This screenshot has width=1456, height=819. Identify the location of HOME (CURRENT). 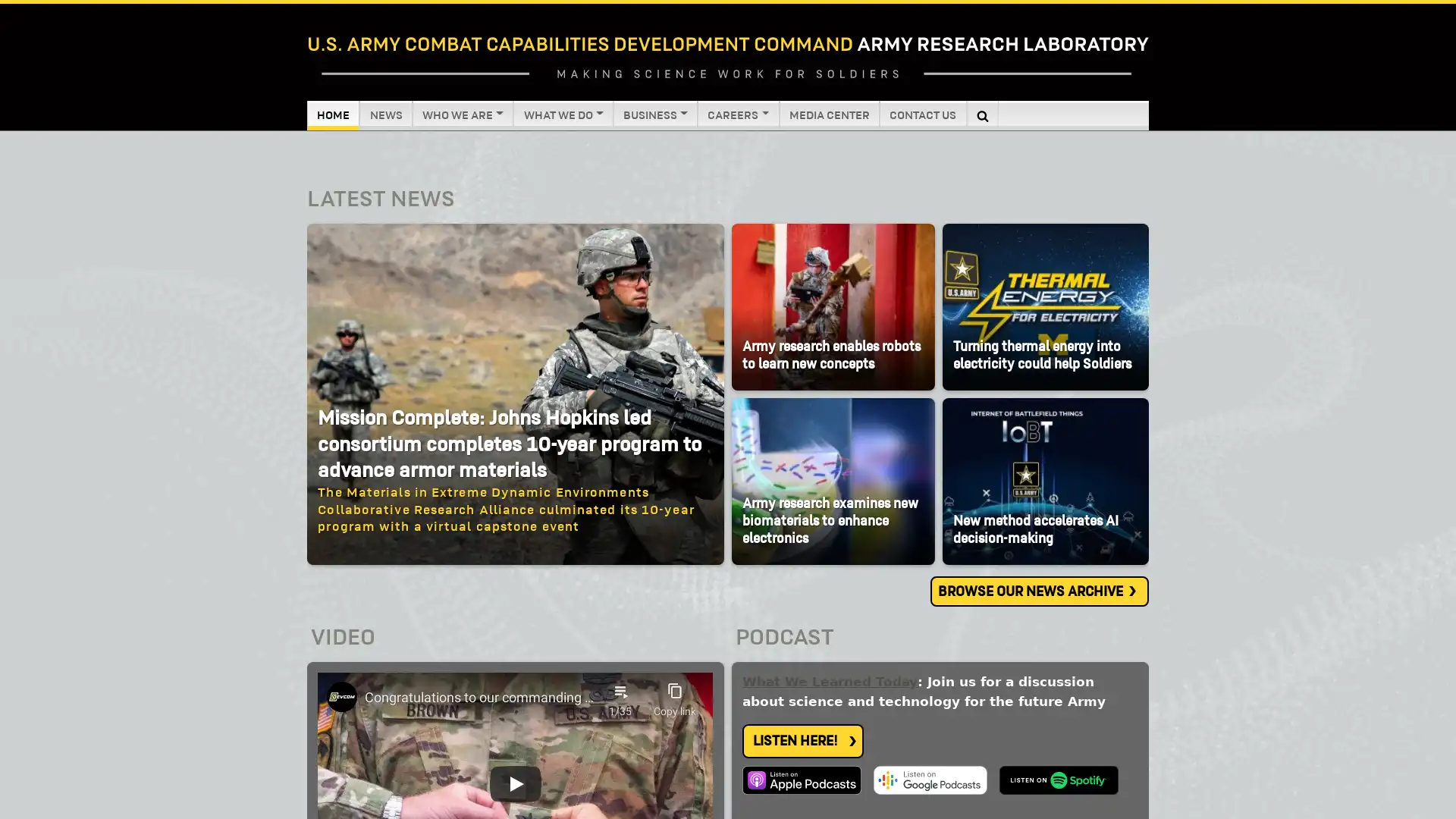
(332, 115).